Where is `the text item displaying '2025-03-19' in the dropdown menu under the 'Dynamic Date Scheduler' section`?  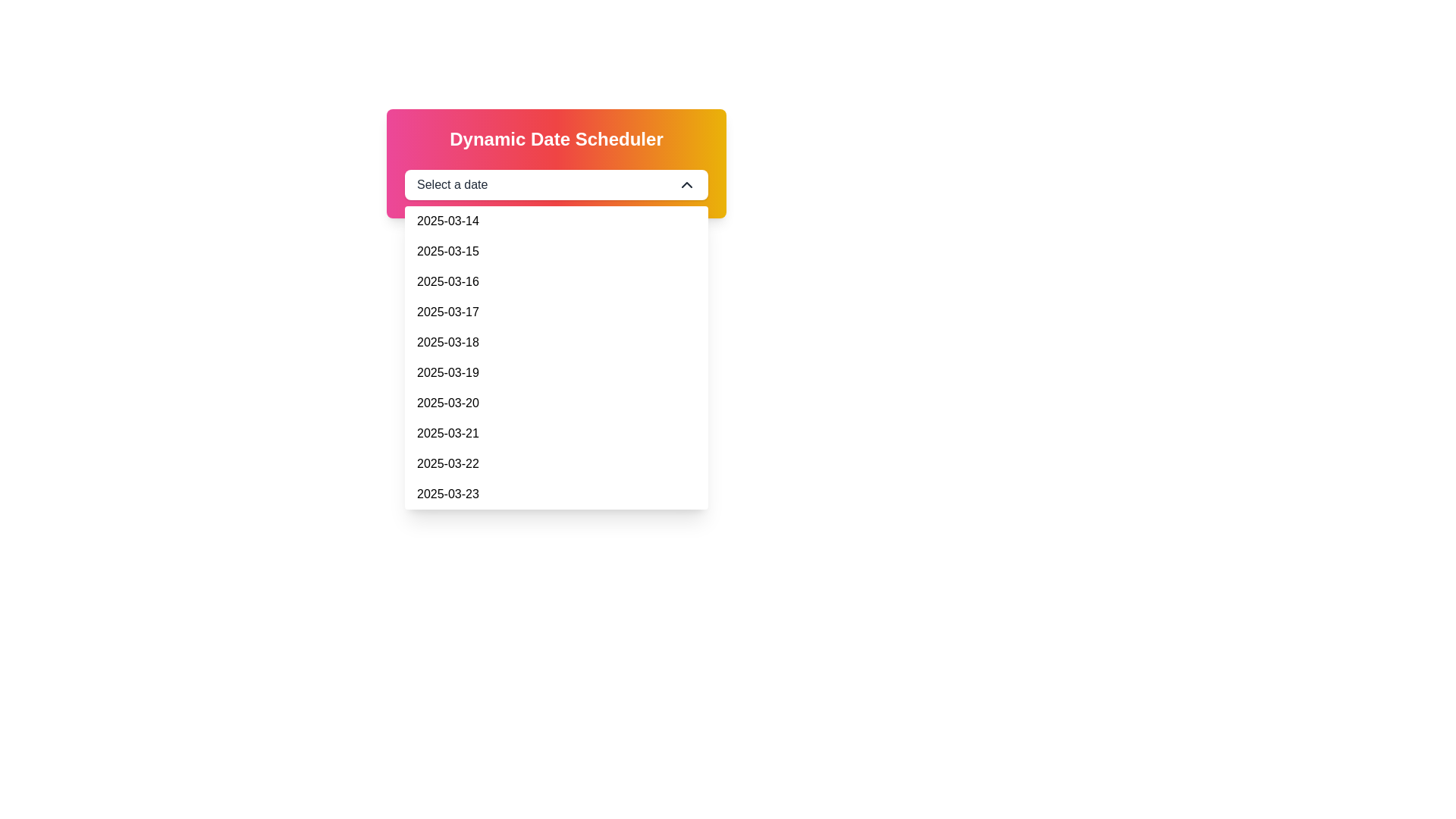 the text item displaying '2025-03-19' in the dropdown menu under the 'Dynamic Date Scheduler' section is located at coordinates (447, 373).